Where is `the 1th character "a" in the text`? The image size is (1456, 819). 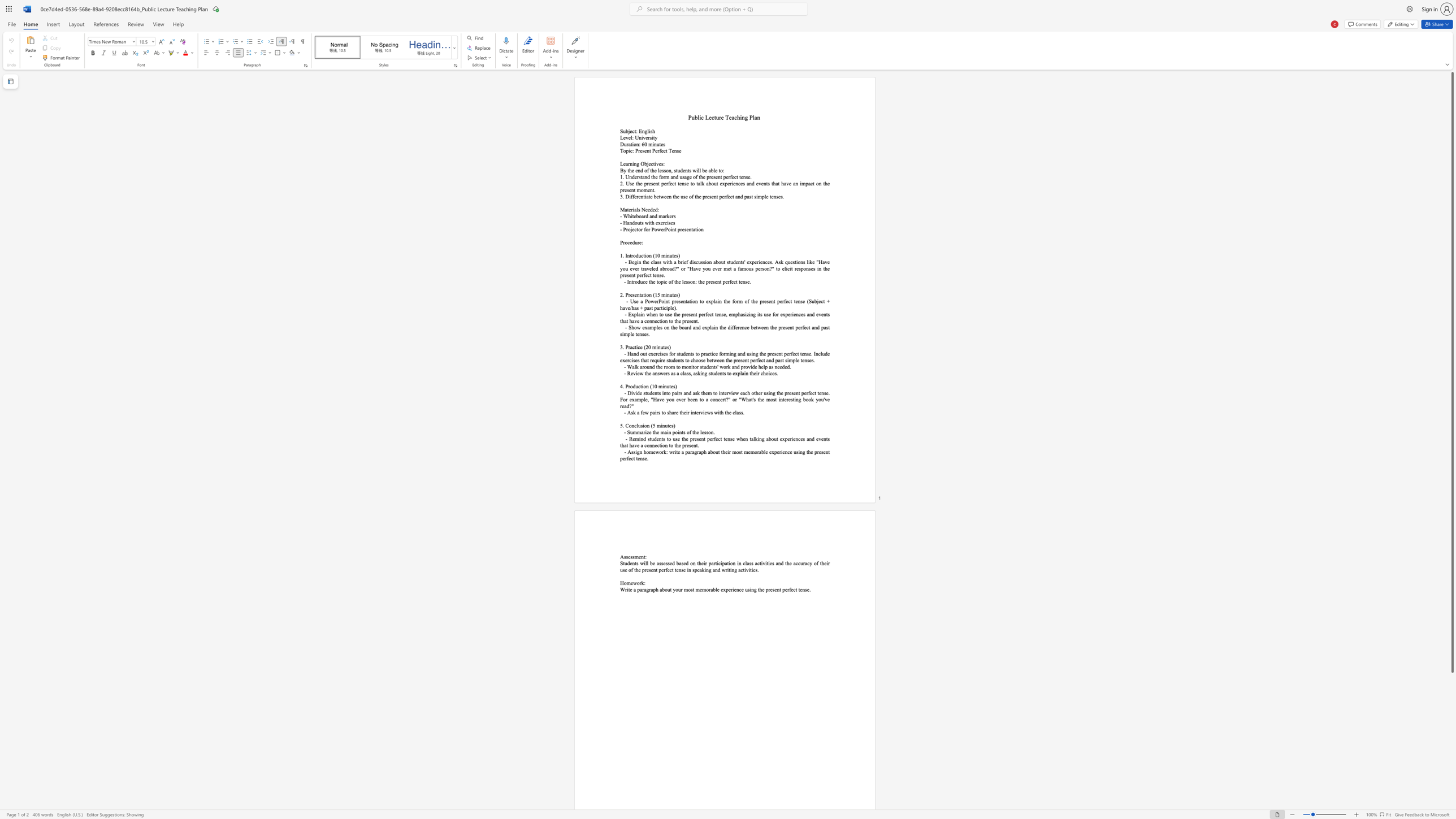
the 1th character "a" in the text is located at coordinates (694, 229).